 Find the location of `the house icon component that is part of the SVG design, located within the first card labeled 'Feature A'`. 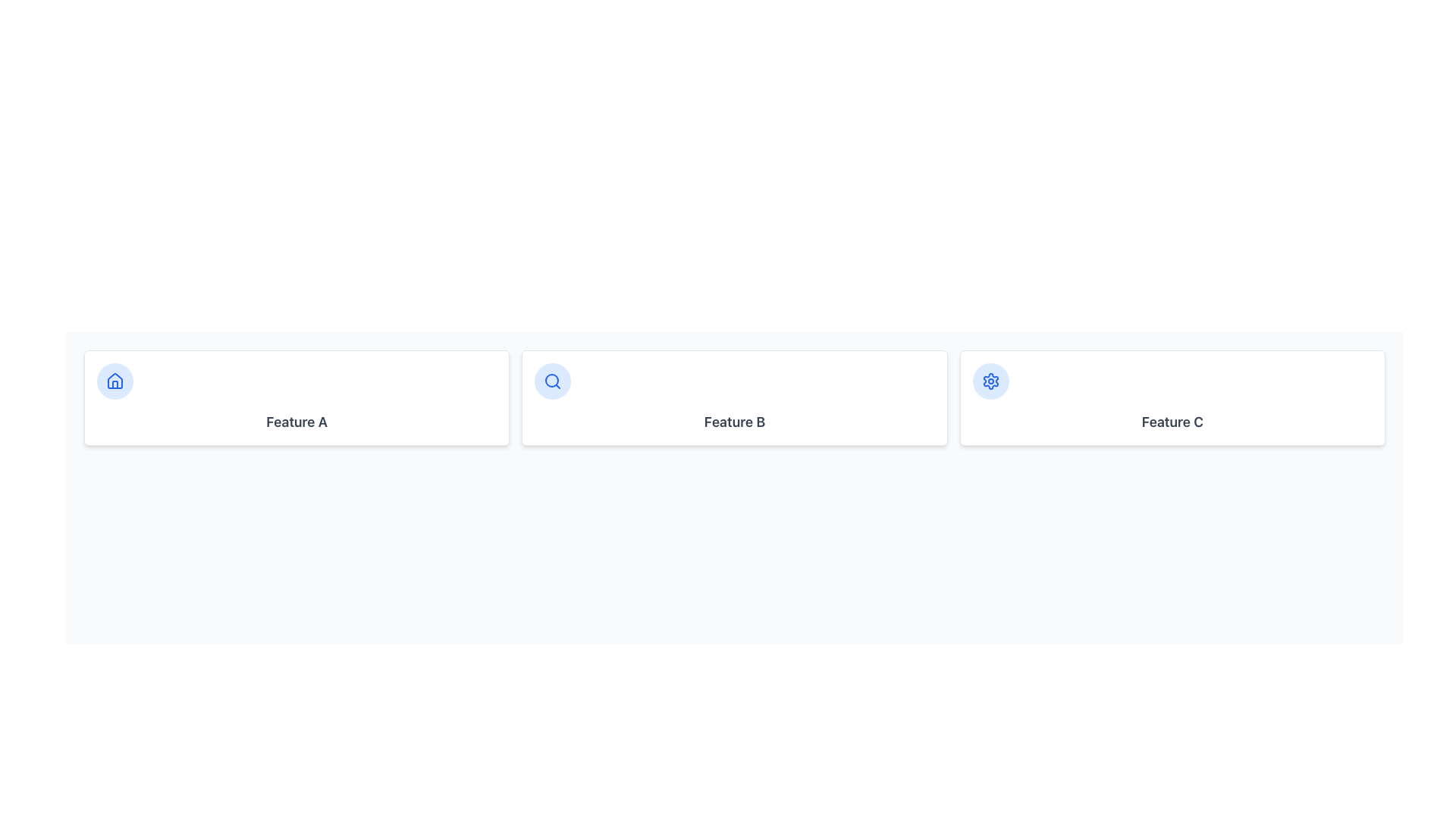

the house icon component that is part of the SVG design, located within the first card labeled 'Feature A' is located at coordinates (115, 379).